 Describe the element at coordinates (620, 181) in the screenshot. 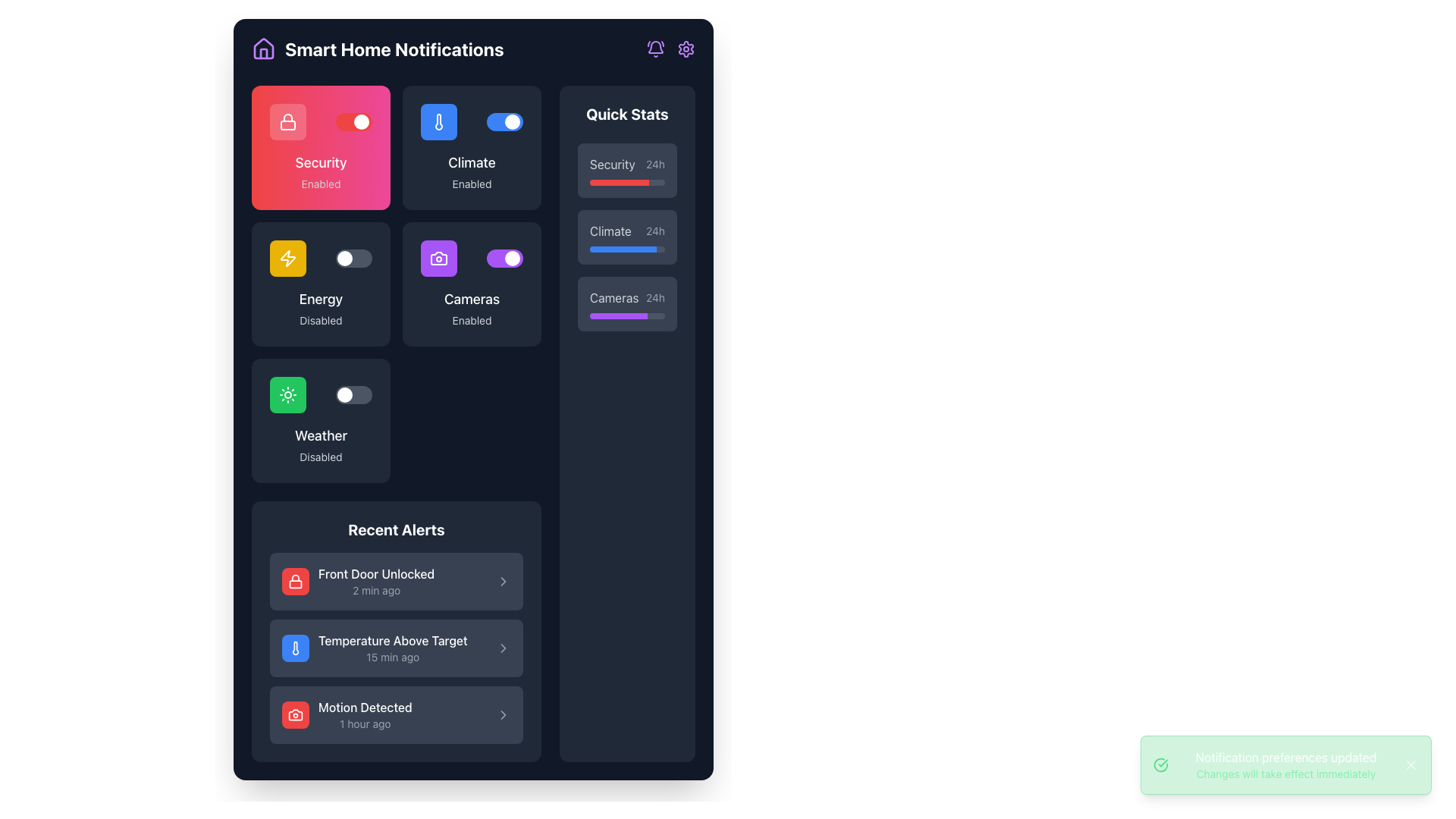

I see `the Progress bar located under 'Security' in the 'Quick Stats' section, which visually represents a proportion of security metrics` at that location.